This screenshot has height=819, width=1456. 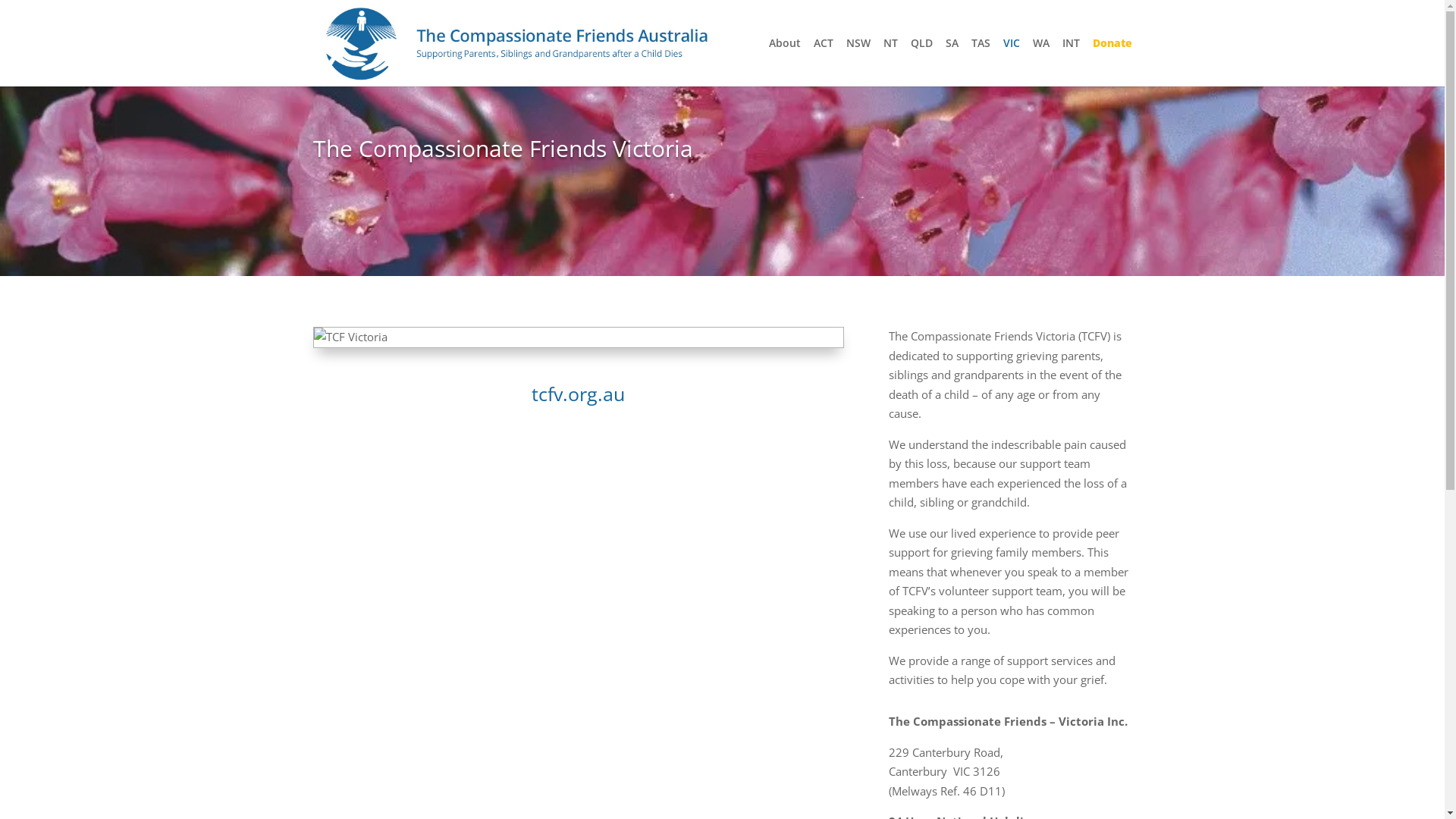 What do you see at coordinates (1111, 61) in the screenshot?
I see `'Donate'` at bounding box center [1111, 61].